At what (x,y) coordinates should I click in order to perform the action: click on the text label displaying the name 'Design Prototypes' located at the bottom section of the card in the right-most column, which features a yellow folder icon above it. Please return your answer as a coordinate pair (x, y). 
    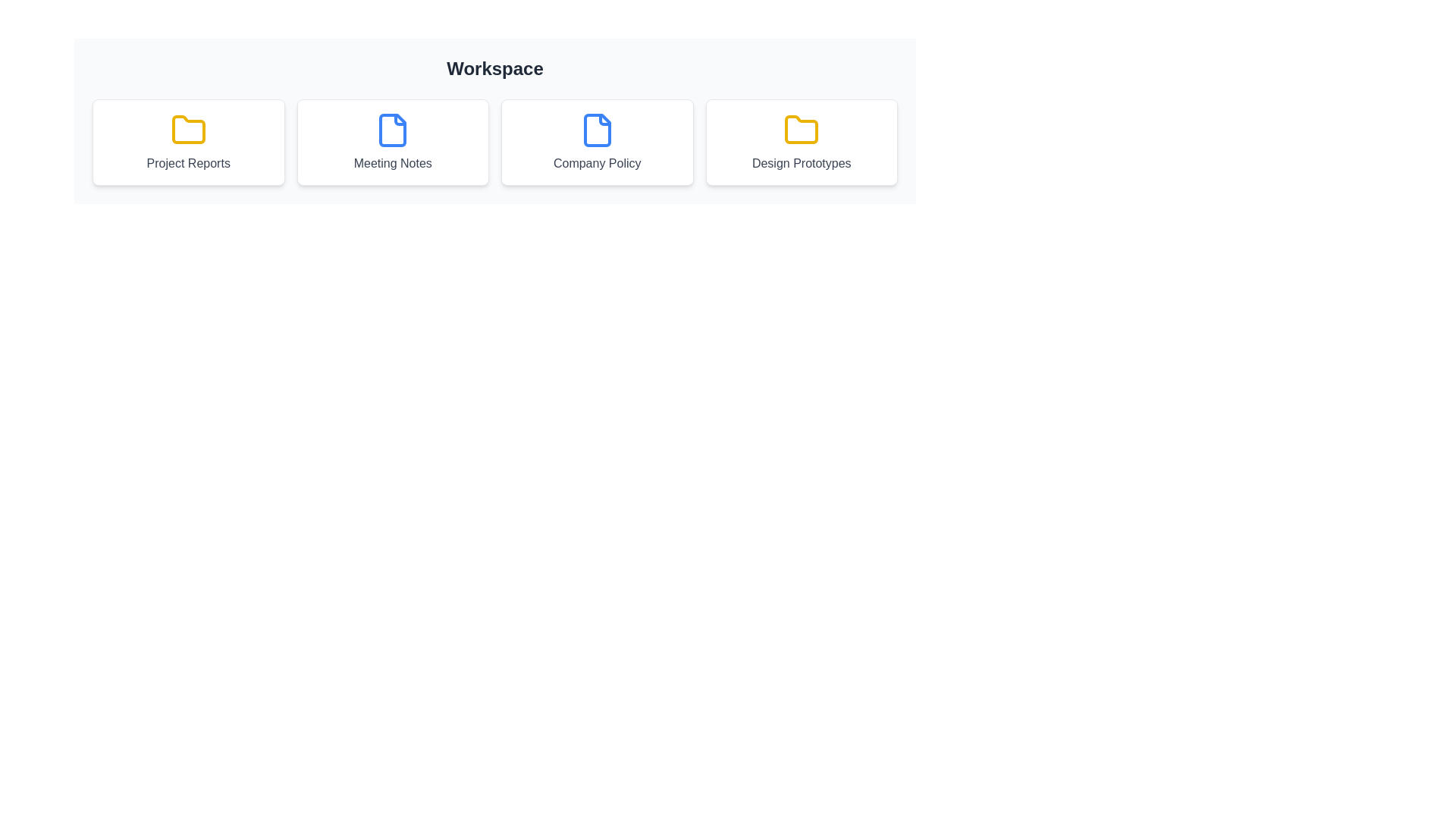
    Looking at the image, I should click on (801, 164).